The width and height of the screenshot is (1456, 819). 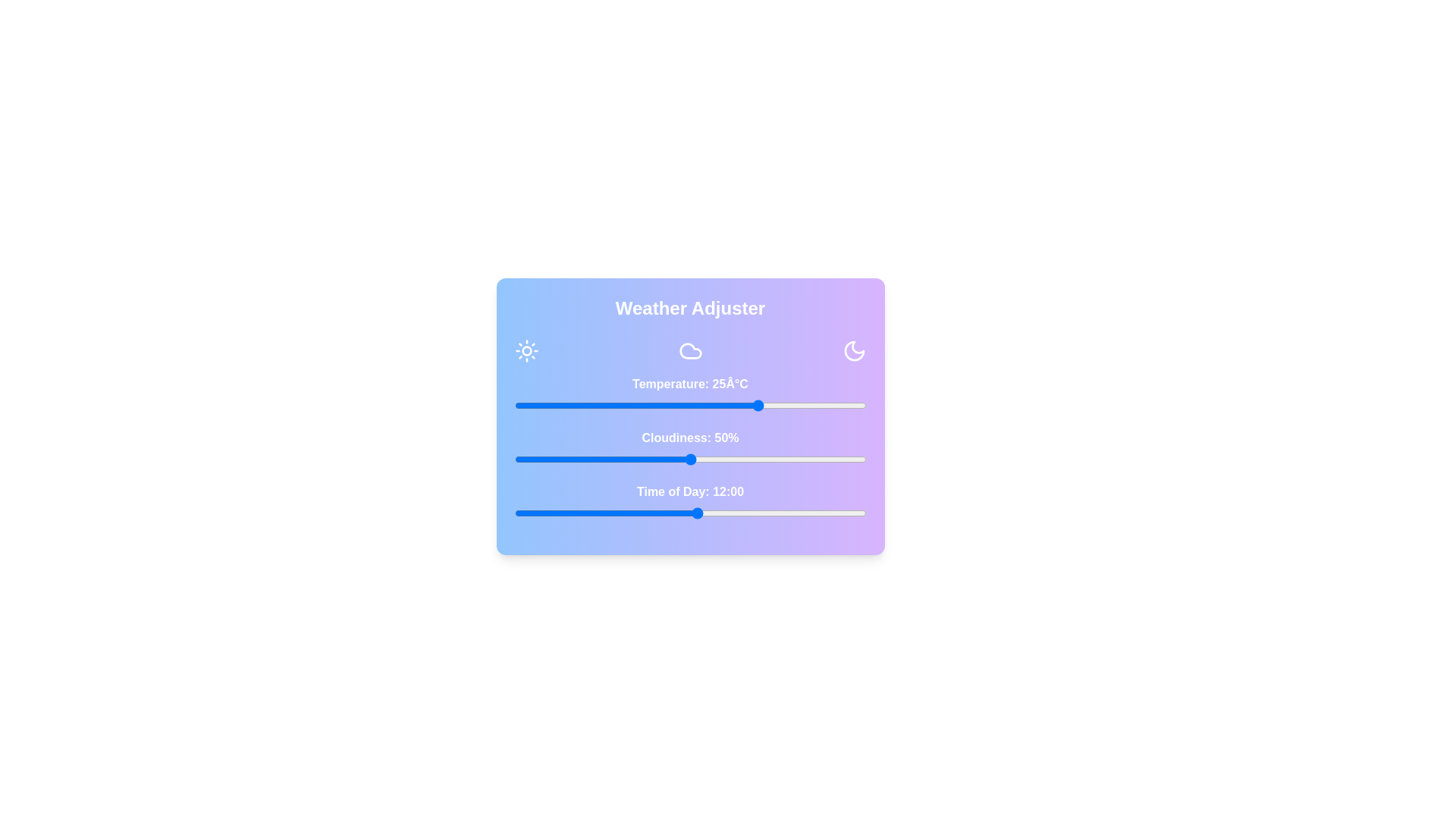 What do you see at coordinates (689, 350) in the screenshot?
I see `the cloud-shaped icon representing cloudiness, which is located between the sun icon on the left and the moon icon on the right` at bounding box center [689, 350].